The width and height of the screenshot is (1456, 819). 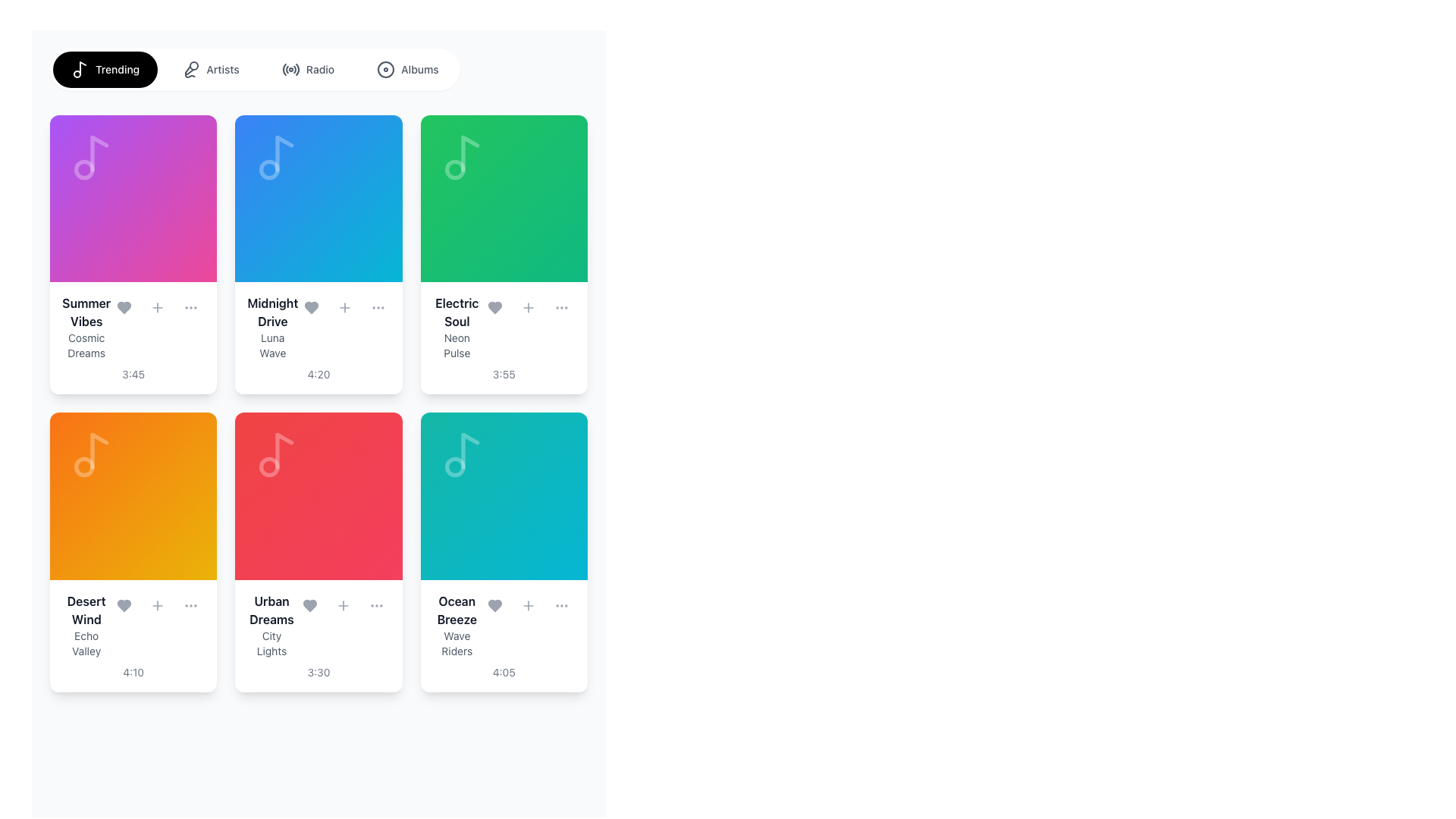 I want to click on the square visual block with a gradient background that is the upper section of the 'Electric Soul' card, located in the second row and third column of the grid layout, so click(x=504, y=198).